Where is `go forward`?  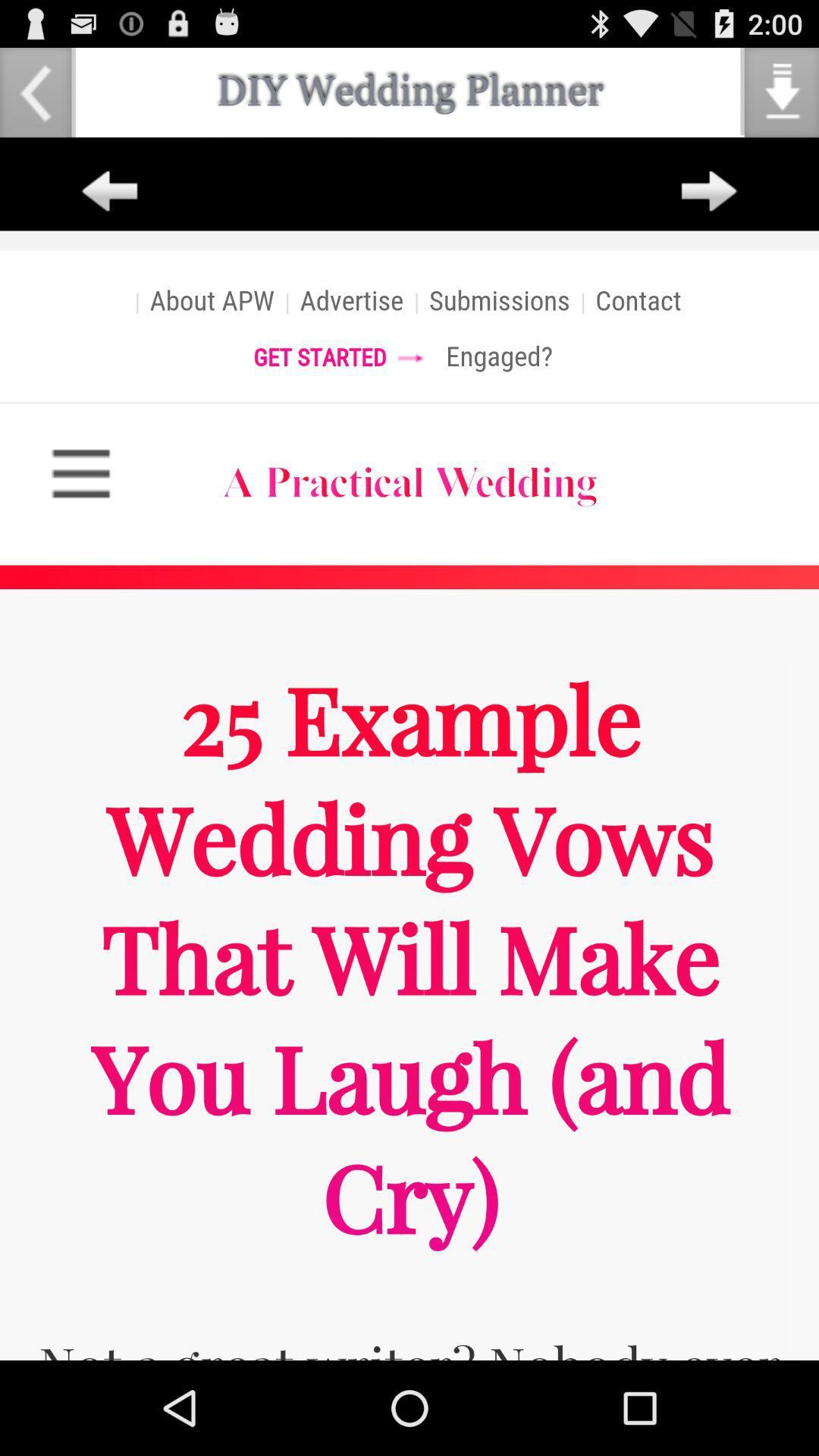 go forward is located at coordinates (709, 191).